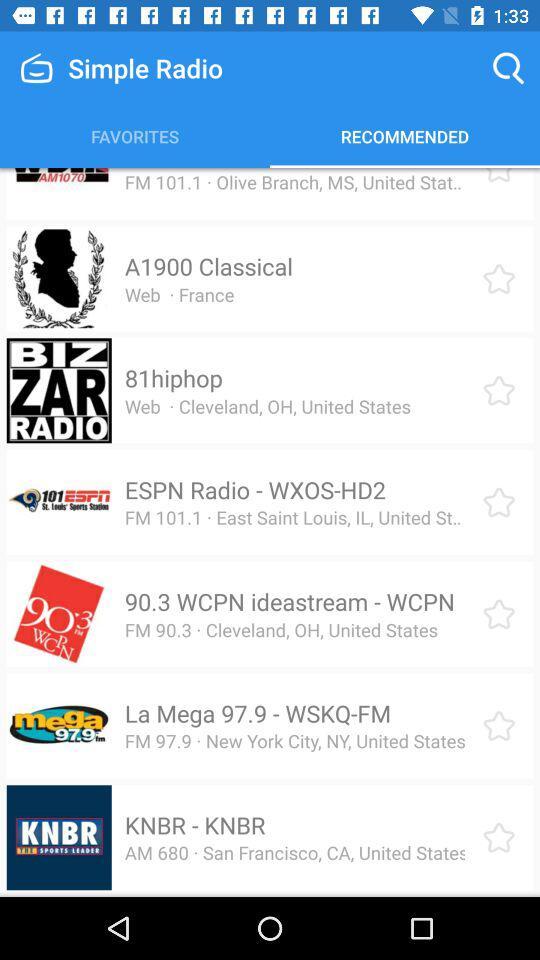 The width and height of the screenshot is (540, 960). What do you see at coordinates (249, 168) in the screenshot?
I see `item above fm 101 1 item` at bounding box center [249, 168].